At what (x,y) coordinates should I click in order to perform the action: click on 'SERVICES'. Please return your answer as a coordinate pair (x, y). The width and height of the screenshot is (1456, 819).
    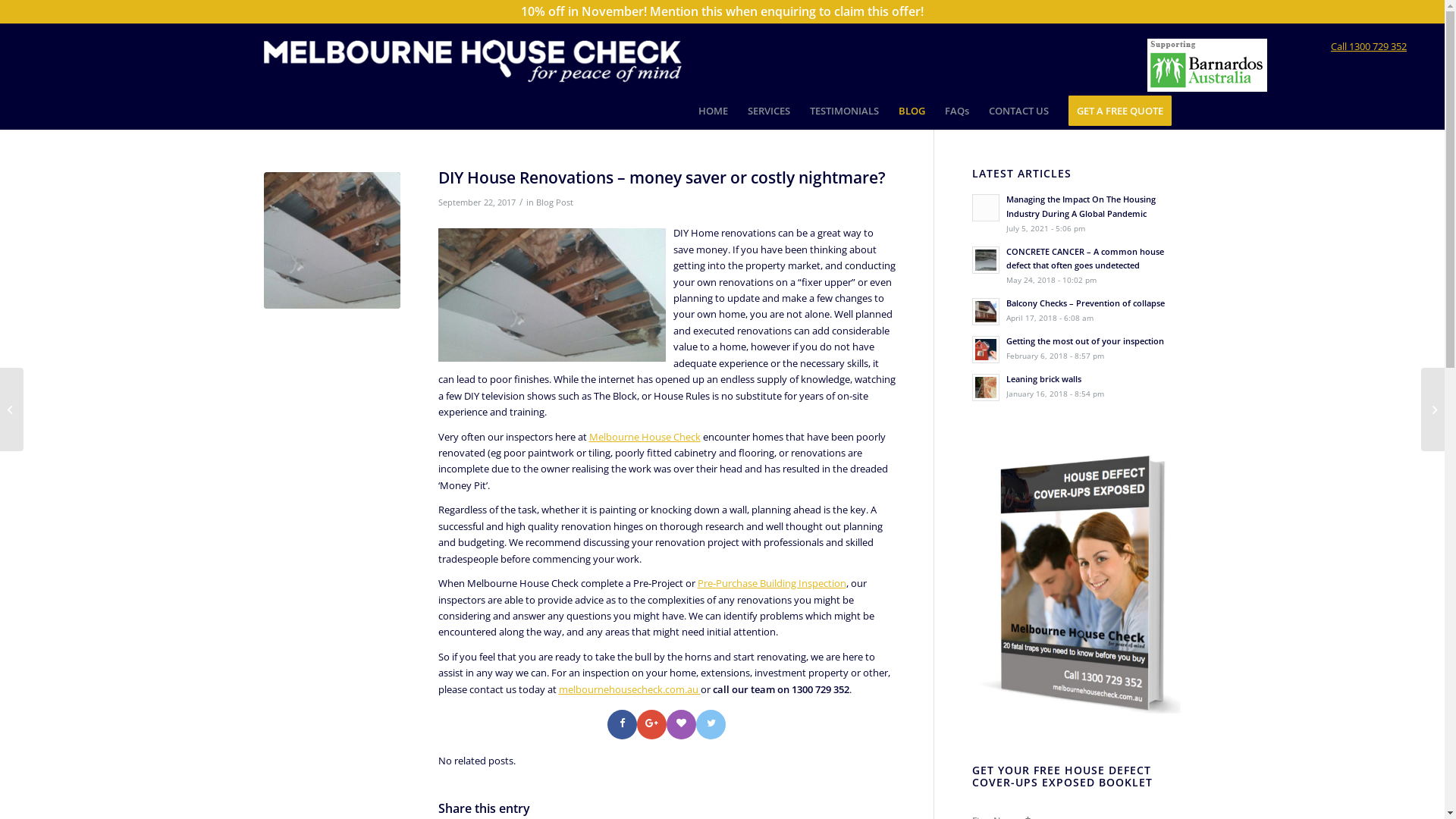
    Looking at the image, I should click on (767, 110).